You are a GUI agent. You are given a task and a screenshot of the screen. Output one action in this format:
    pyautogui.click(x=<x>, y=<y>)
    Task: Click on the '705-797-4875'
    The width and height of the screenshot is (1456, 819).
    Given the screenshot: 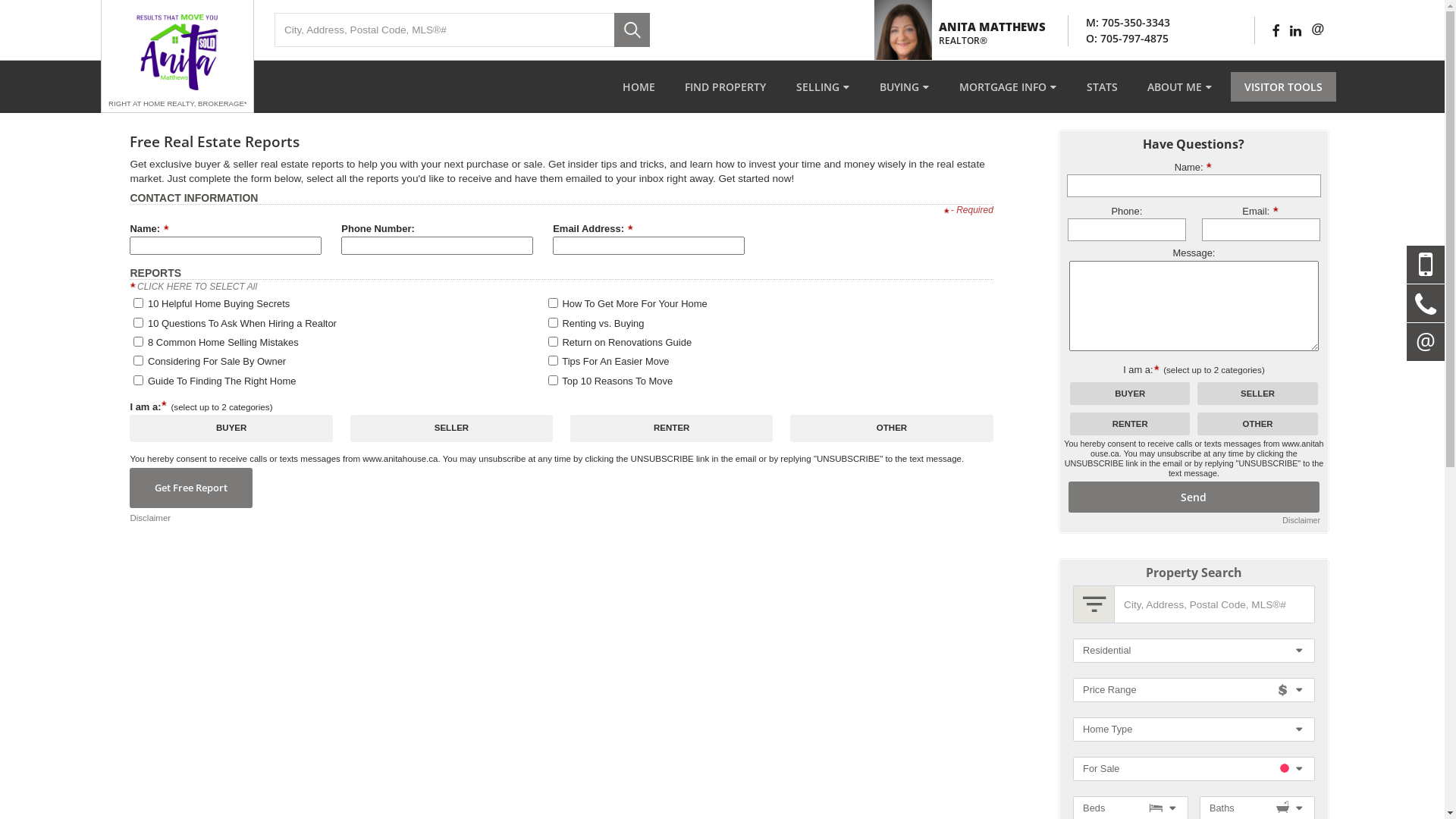 What is the action you would take?
    pyautogui.click(x=1134, y=37)
    